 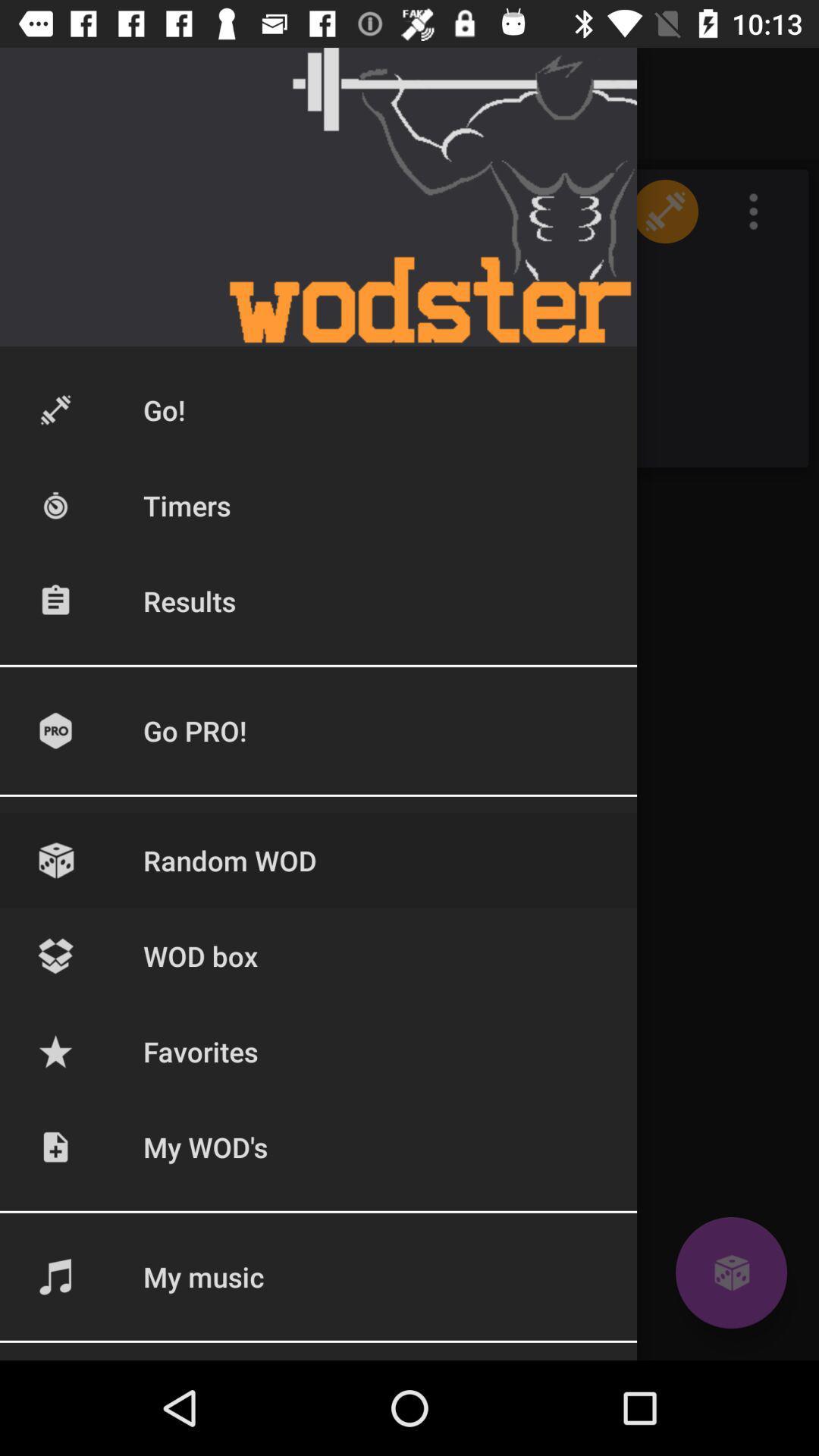 What do you see at coordinates (754, 211) in the screenshot?
I see `the icon which is beside dumble pic` at bounding box center [754, 211].